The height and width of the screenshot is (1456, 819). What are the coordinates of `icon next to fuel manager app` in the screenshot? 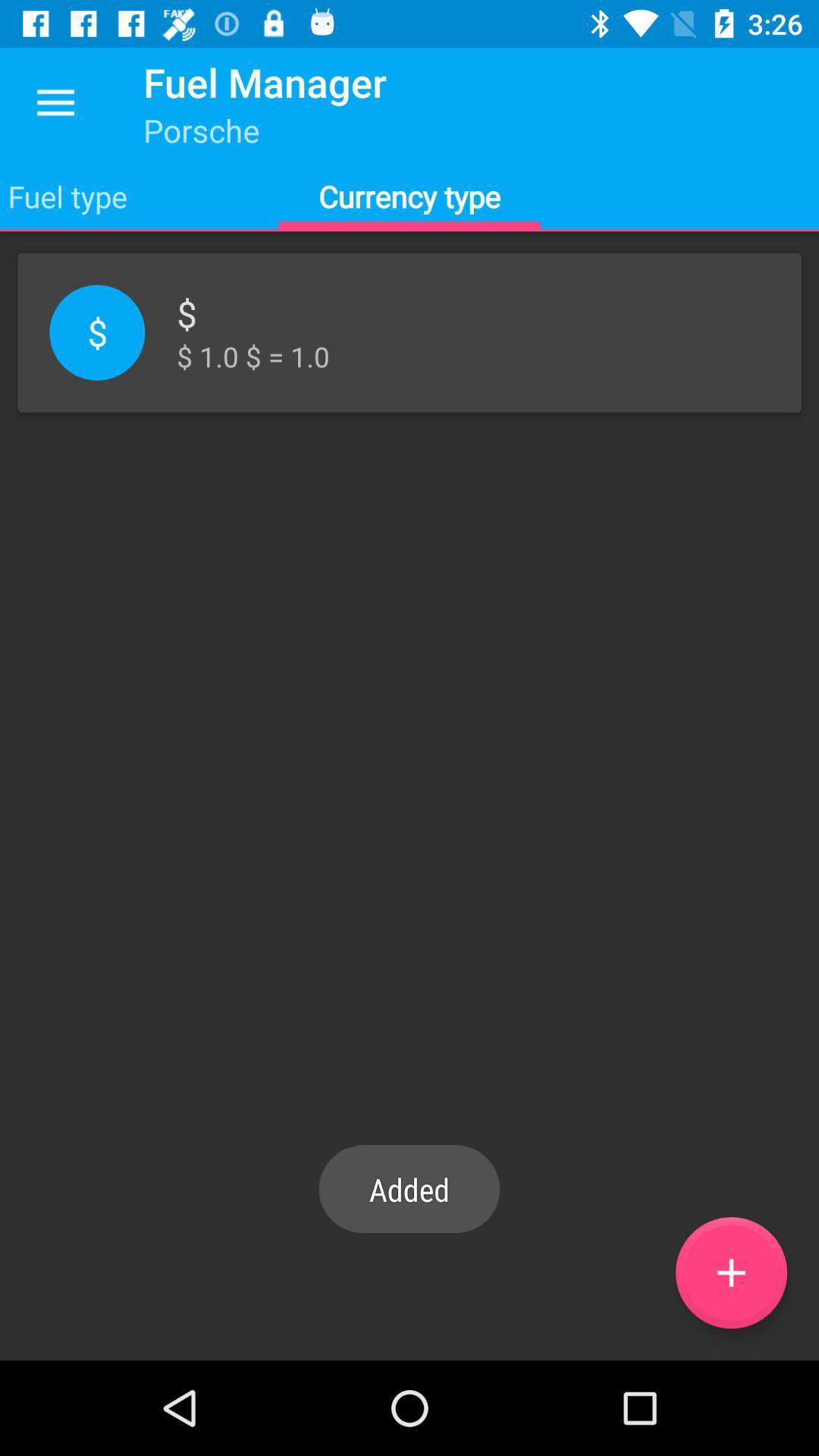 It's located at (55, 102).